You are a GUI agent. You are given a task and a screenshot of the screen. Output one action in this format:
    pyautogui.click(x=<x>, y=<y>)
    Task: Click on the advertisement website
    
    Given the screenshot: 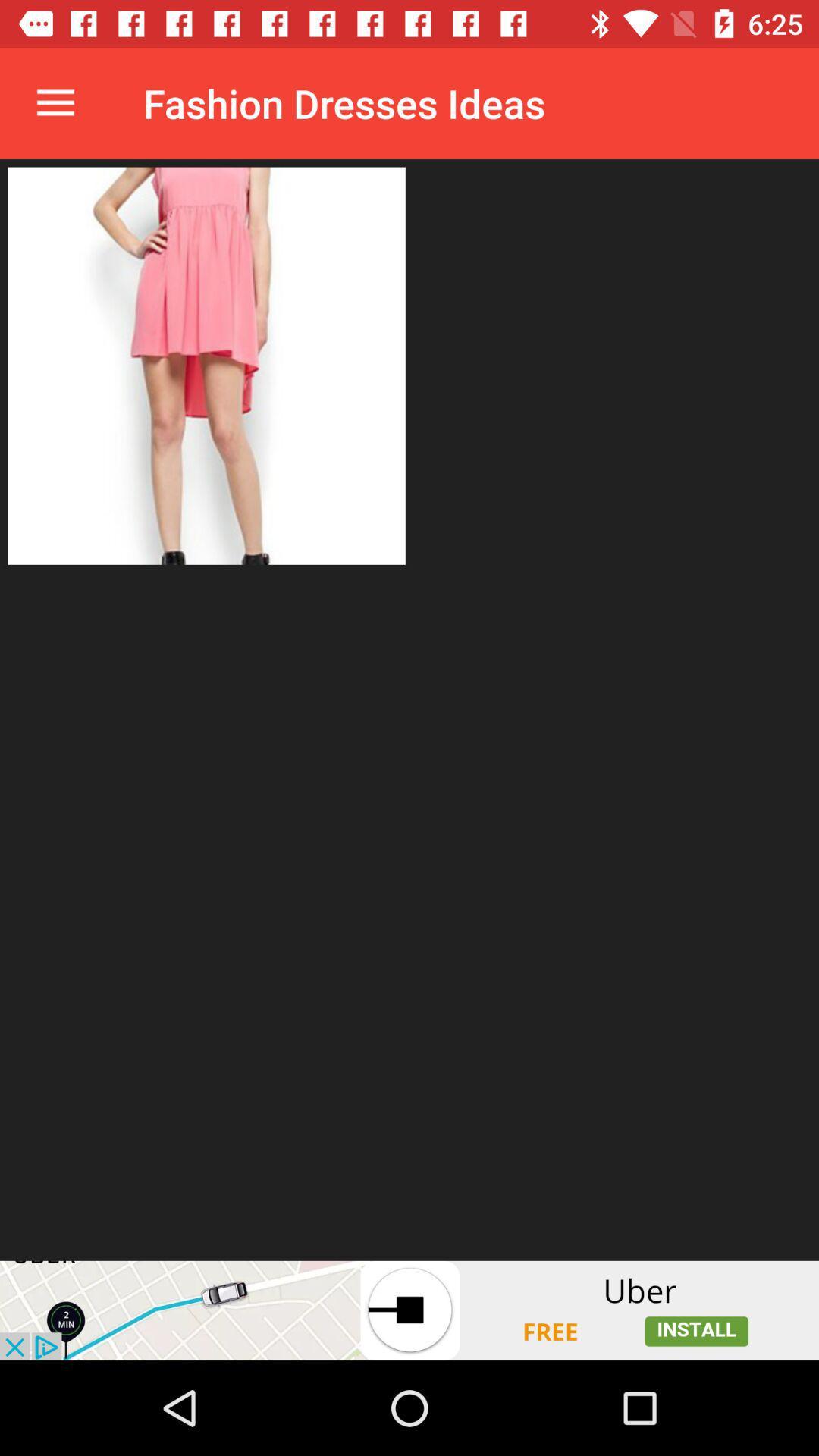 What is the action you would take?
    pyautogui.click(x=409, y=1310)
    